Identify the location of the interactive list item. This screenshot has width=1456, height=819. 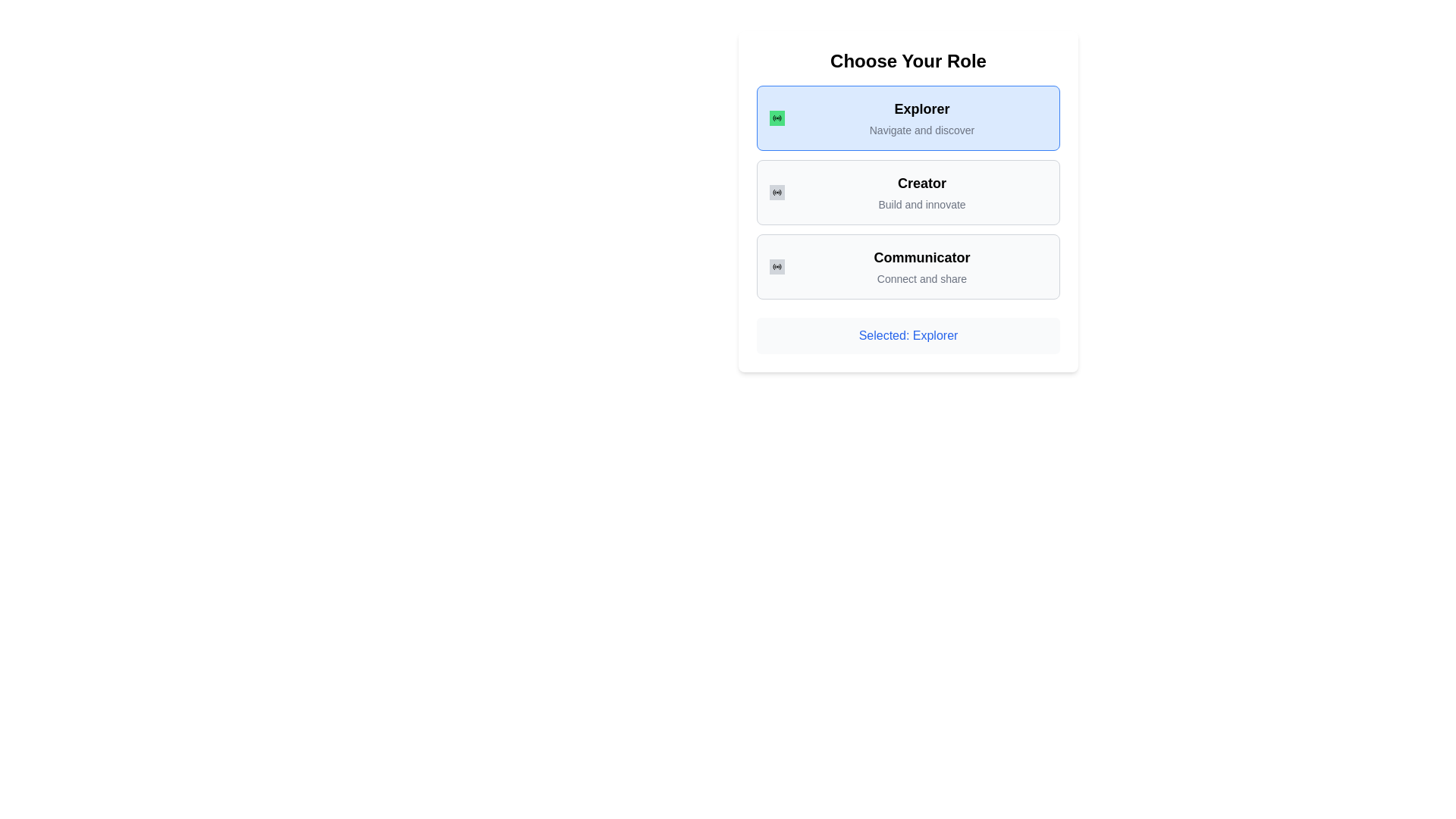
(921, 192).